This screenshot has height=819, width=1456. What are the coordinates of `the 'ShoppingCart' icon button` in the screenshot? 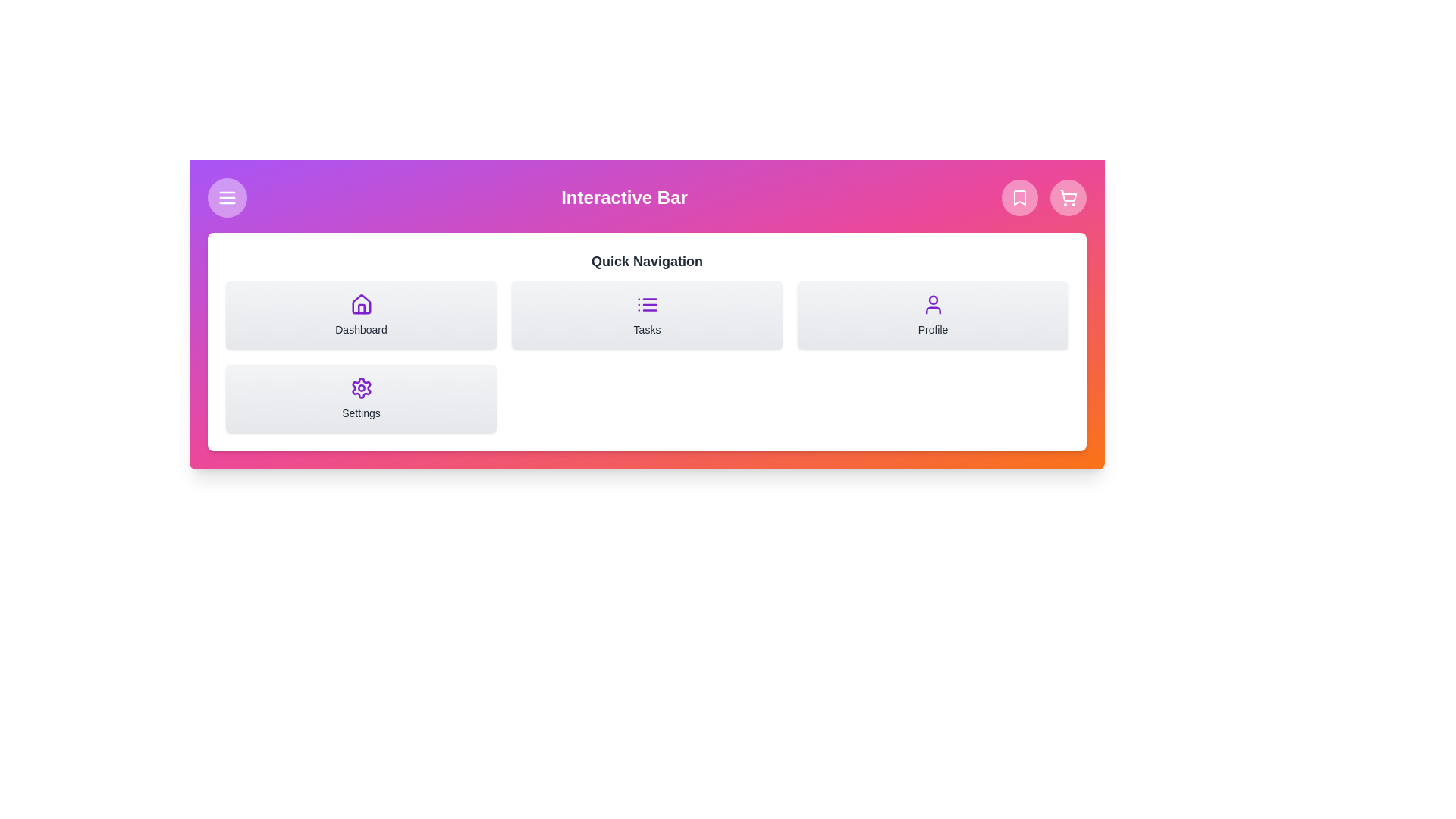 It's located at (1068, 197).